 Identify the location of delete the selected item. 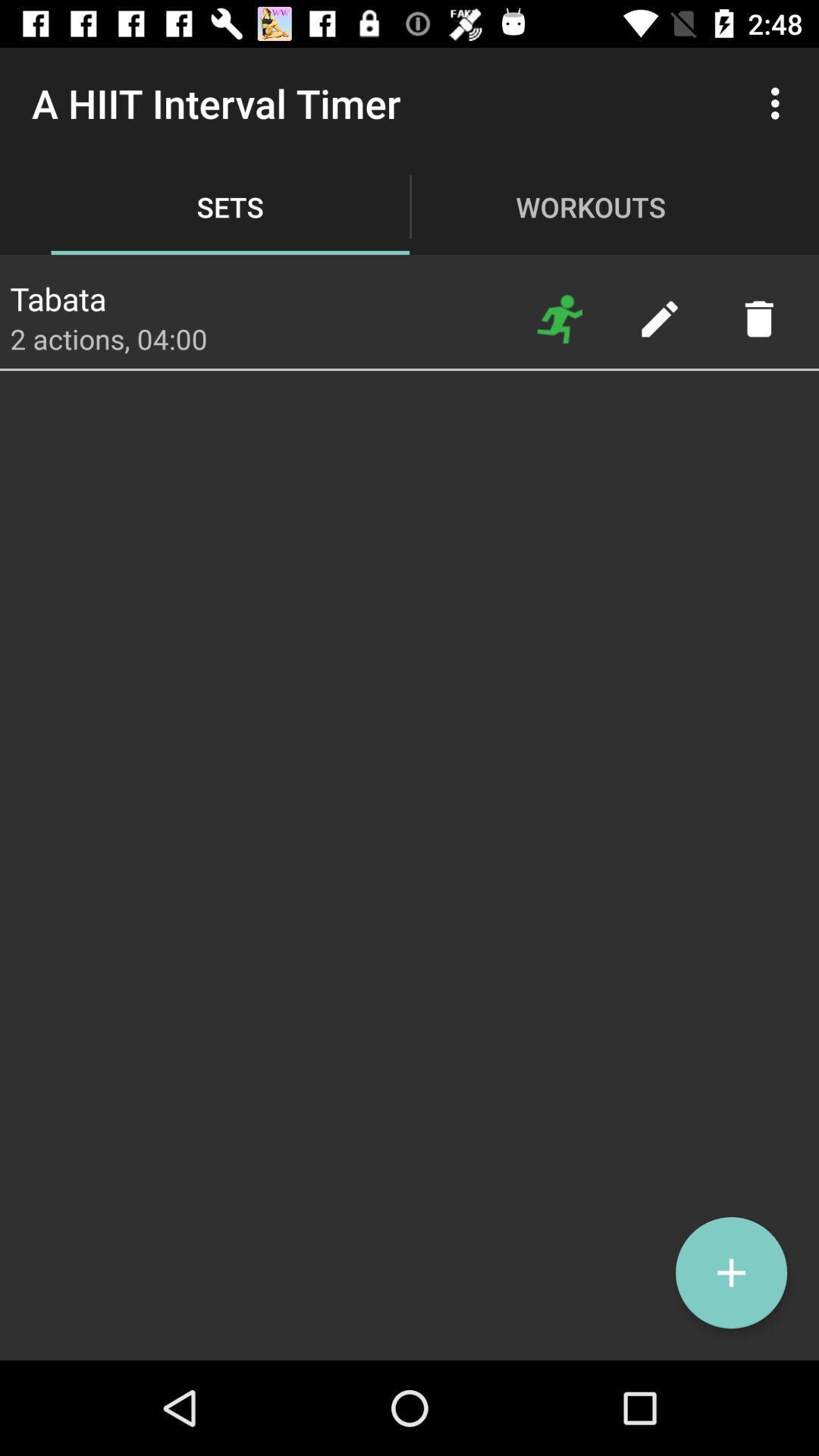
(758, 318).